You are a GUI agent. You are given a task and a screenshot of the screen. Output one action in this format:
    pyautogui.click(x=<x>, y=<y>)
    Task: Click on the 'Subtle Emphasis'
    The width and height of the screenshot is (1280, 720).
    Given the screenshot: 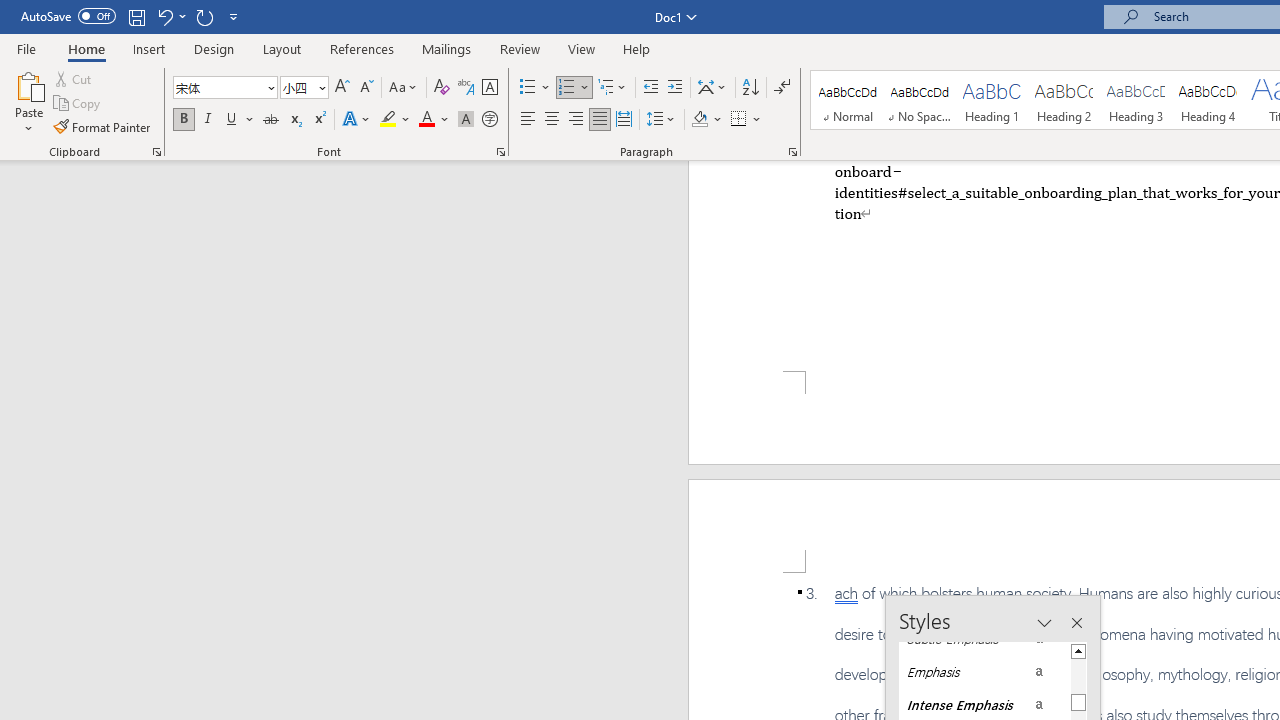 What is the action you would take?
    pyautogui.click(x=984, y=639)
    